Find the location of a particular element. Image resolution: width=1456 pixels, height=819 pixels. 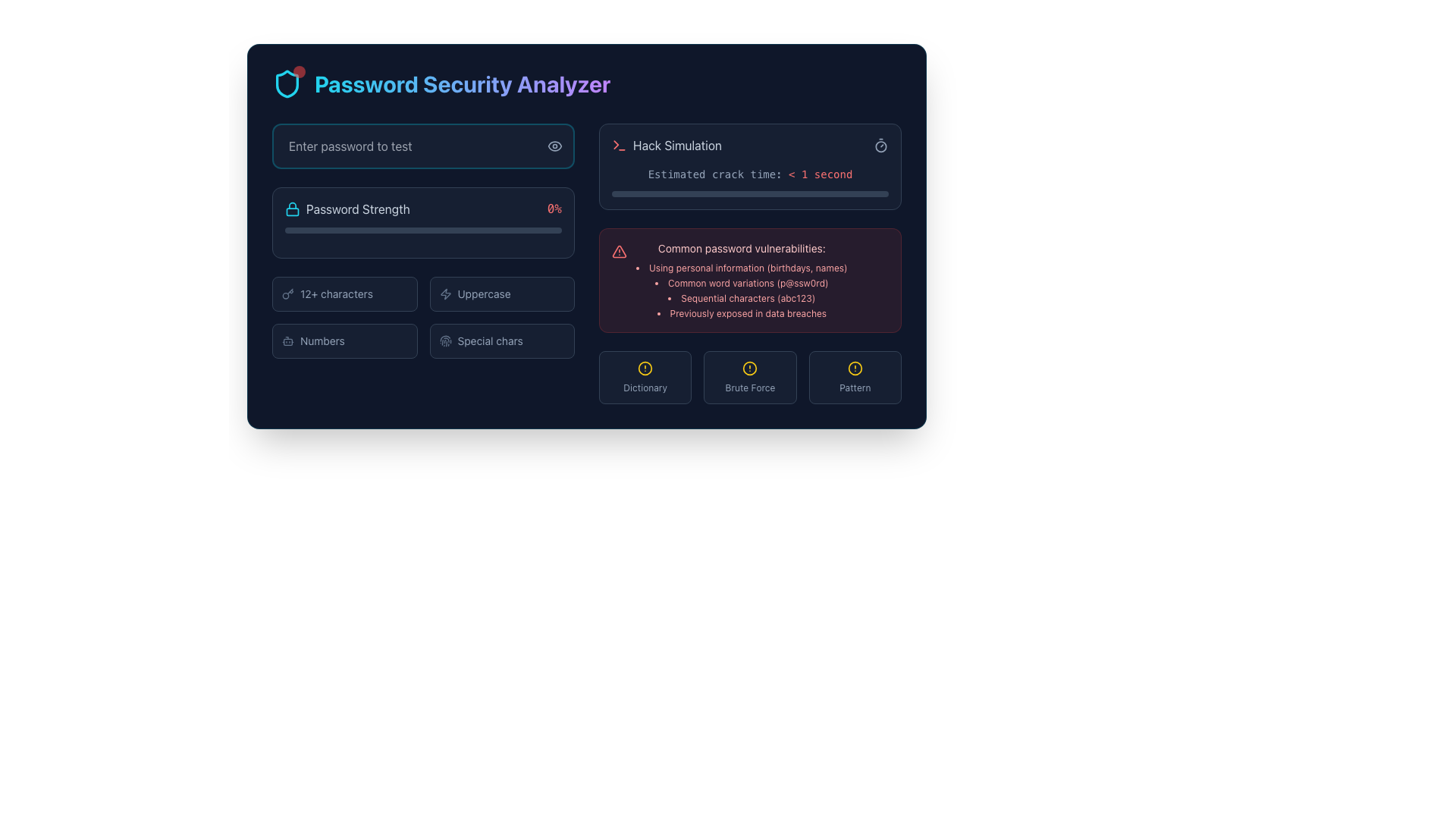

the Label with an icon that indicates the user's password strength, which is located below the 'Enter password to test' input field and next to the percentage indicator is located at coordinates (347, 209).